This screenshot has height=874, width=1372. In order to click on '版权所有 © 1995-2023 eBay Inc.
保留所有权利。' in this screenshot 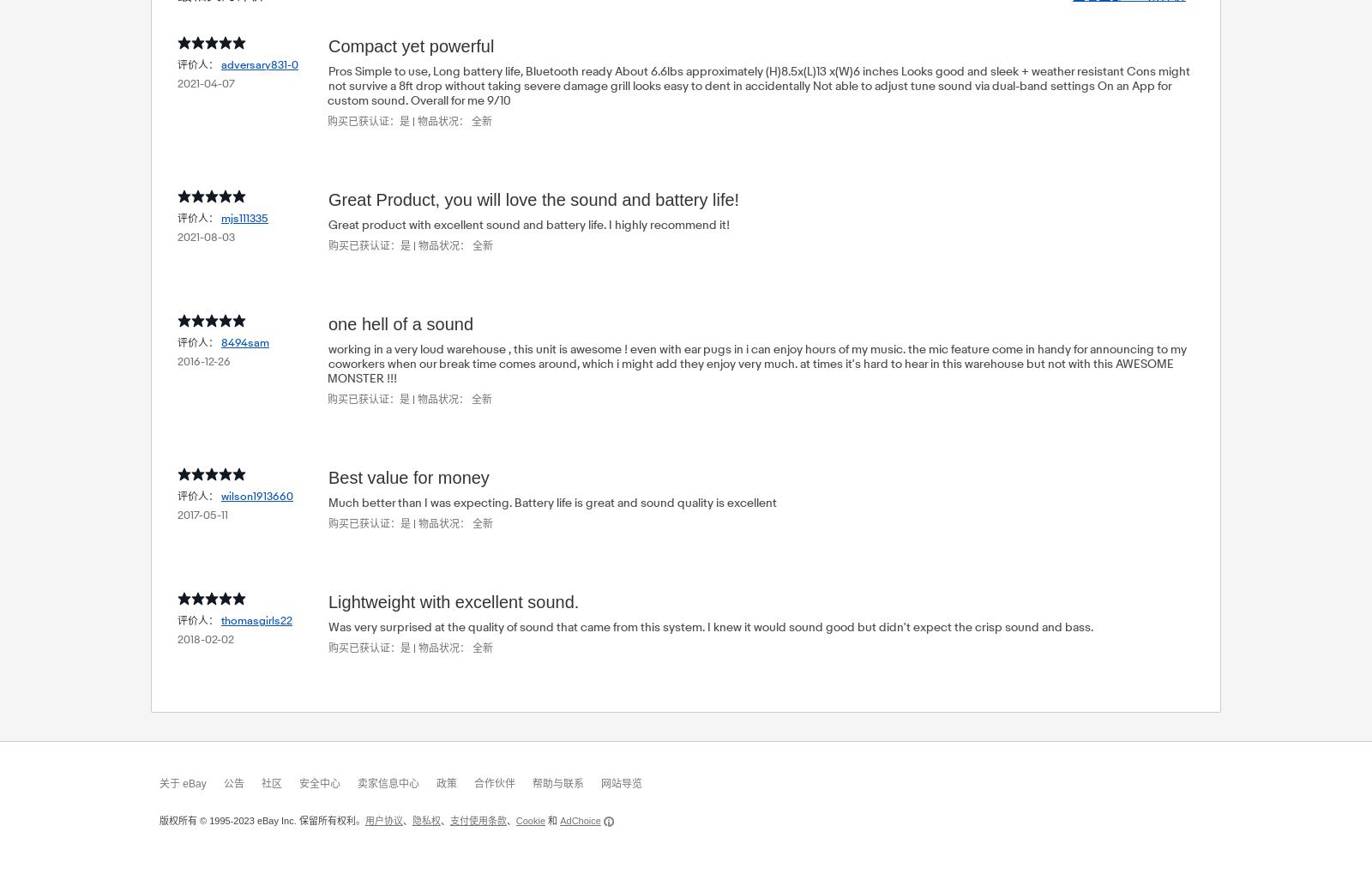, I will do `click(262, 820)`.